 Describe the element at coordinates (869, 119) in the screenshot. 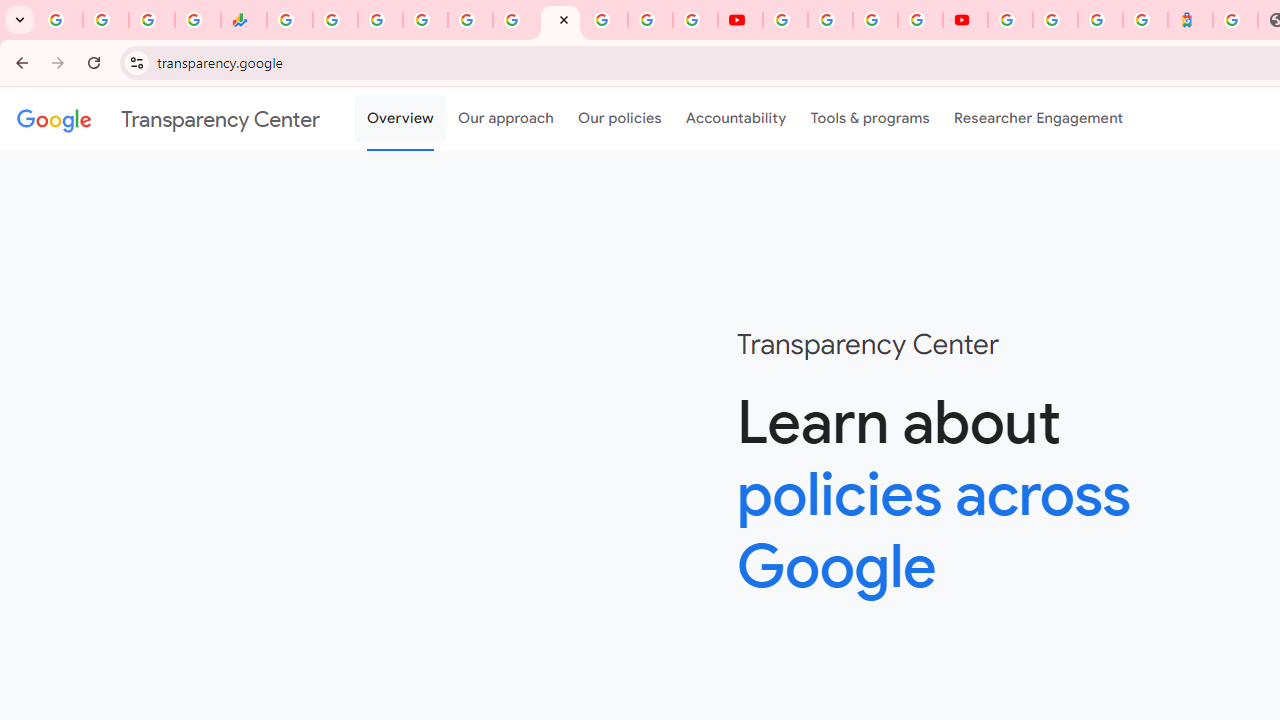

I see `'Tools & programs'` at that location.